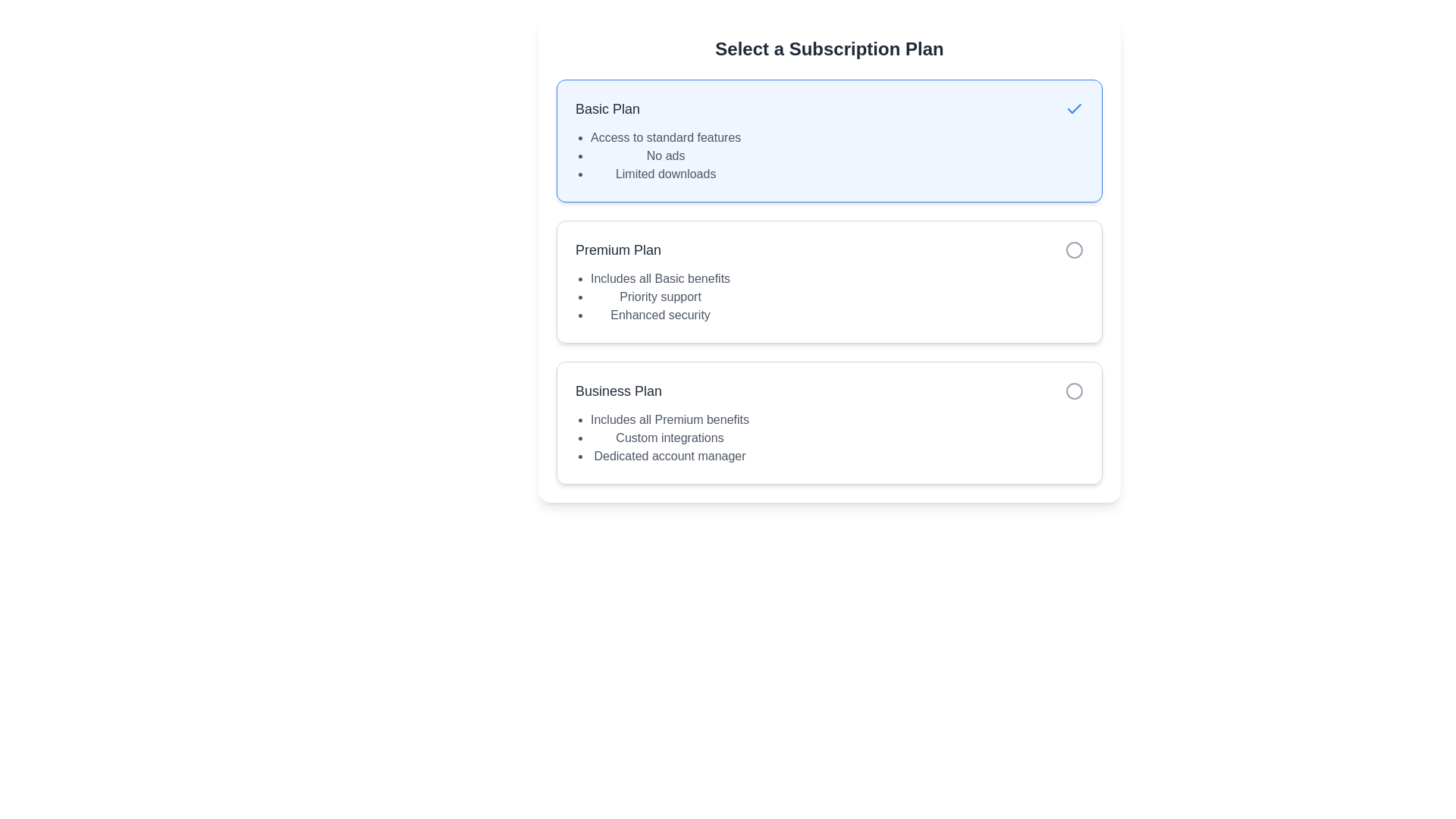 The image size is (1456, 819). What do you see at coordinates (666, 137) in the screenshot?
I see `the static text displaying 'Access to standard features', which is the first bullet point under the 'Basic Plan' section in the subscription plan options` at bounding box center [666, 137].